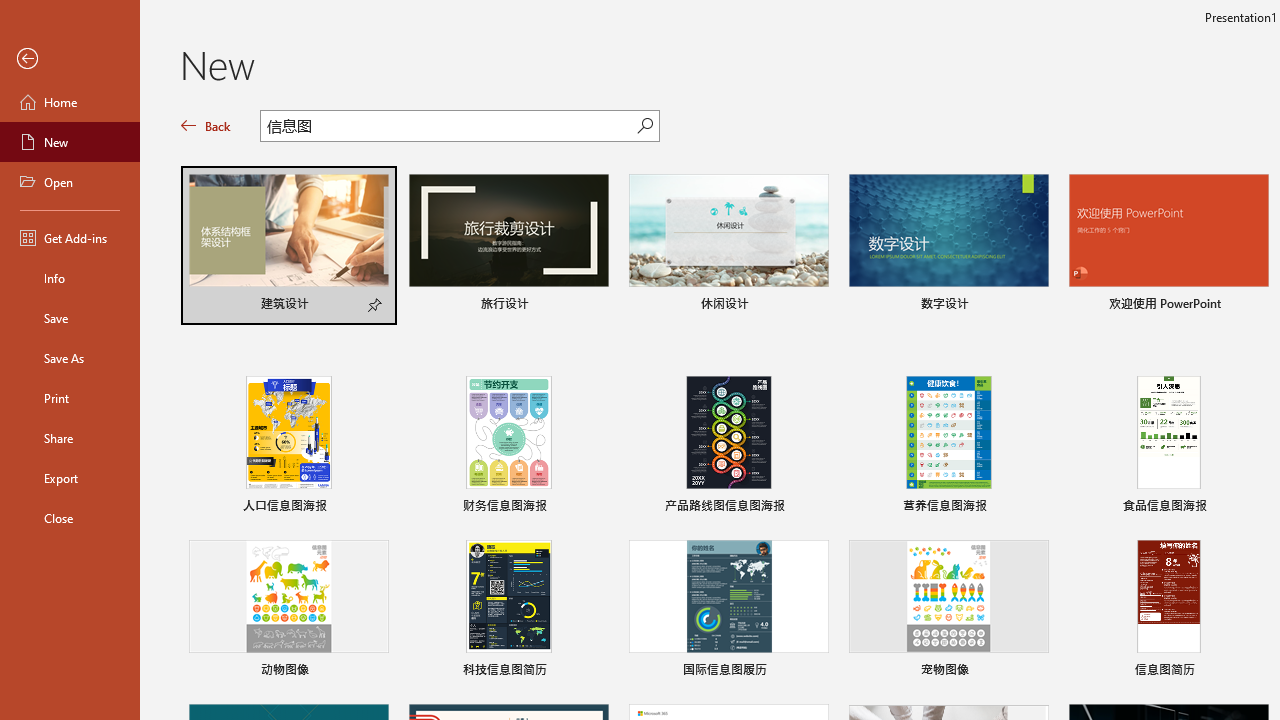 The image size is (1280, 720). I want to click on 'Info', so click(69, 277).